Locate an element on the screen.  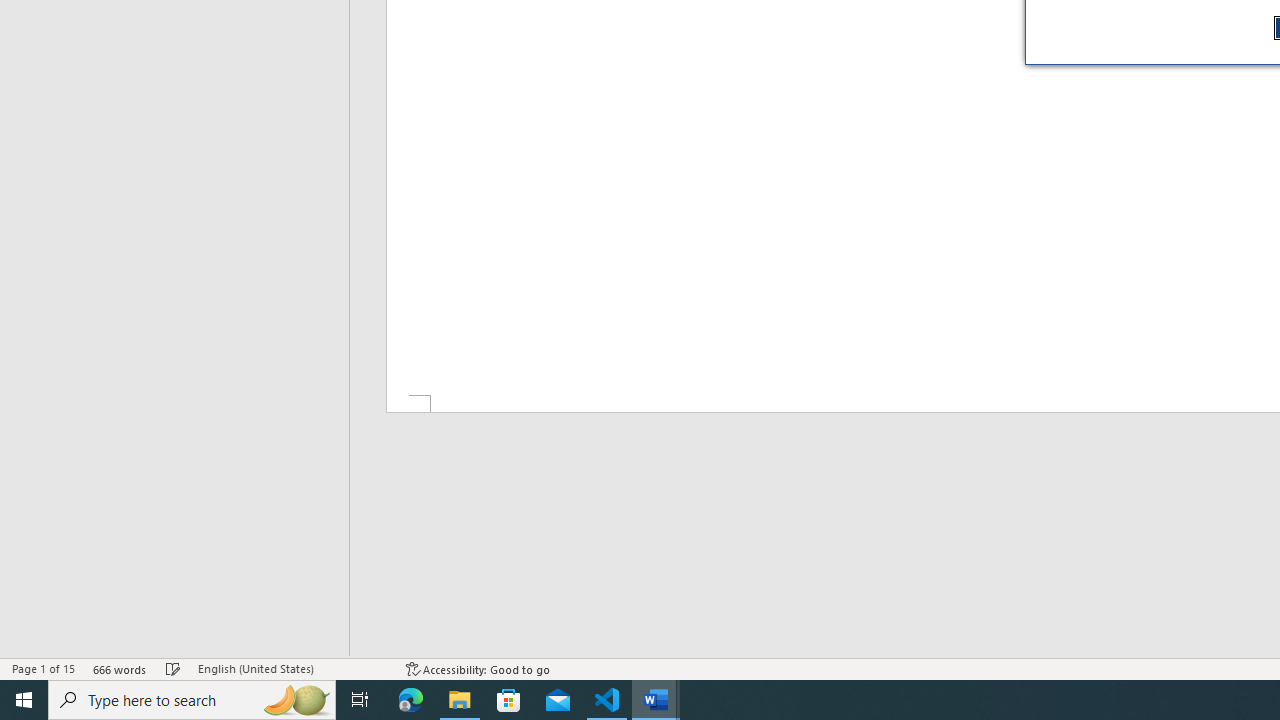
'Language English (United States)' is located at coordinates (291, 669).